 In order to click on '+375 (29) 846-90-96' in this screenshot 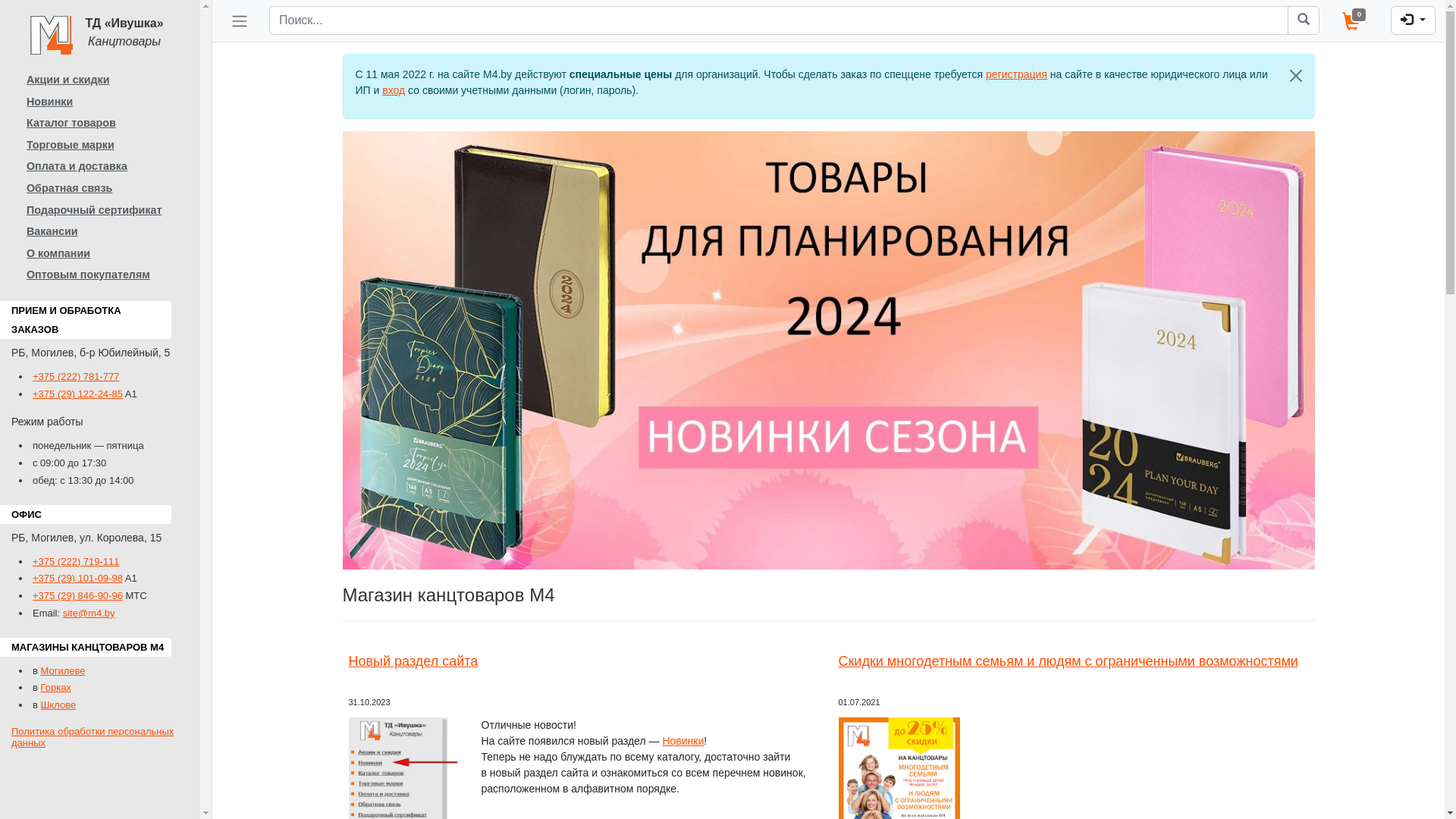, I will do `click(77, 595)`.